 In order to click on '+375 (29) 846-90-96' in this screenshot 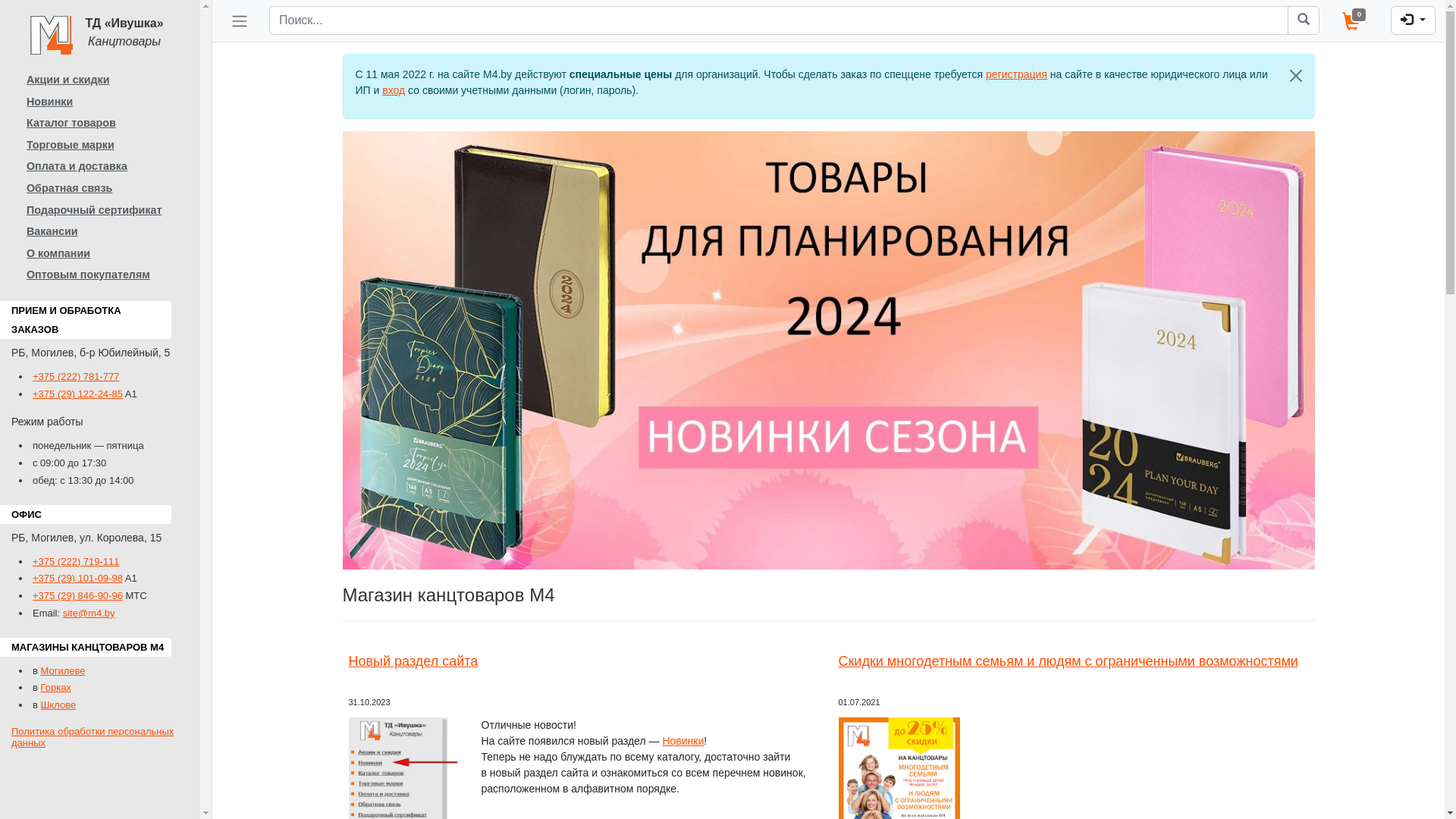, I will do `click(77, 595)`.